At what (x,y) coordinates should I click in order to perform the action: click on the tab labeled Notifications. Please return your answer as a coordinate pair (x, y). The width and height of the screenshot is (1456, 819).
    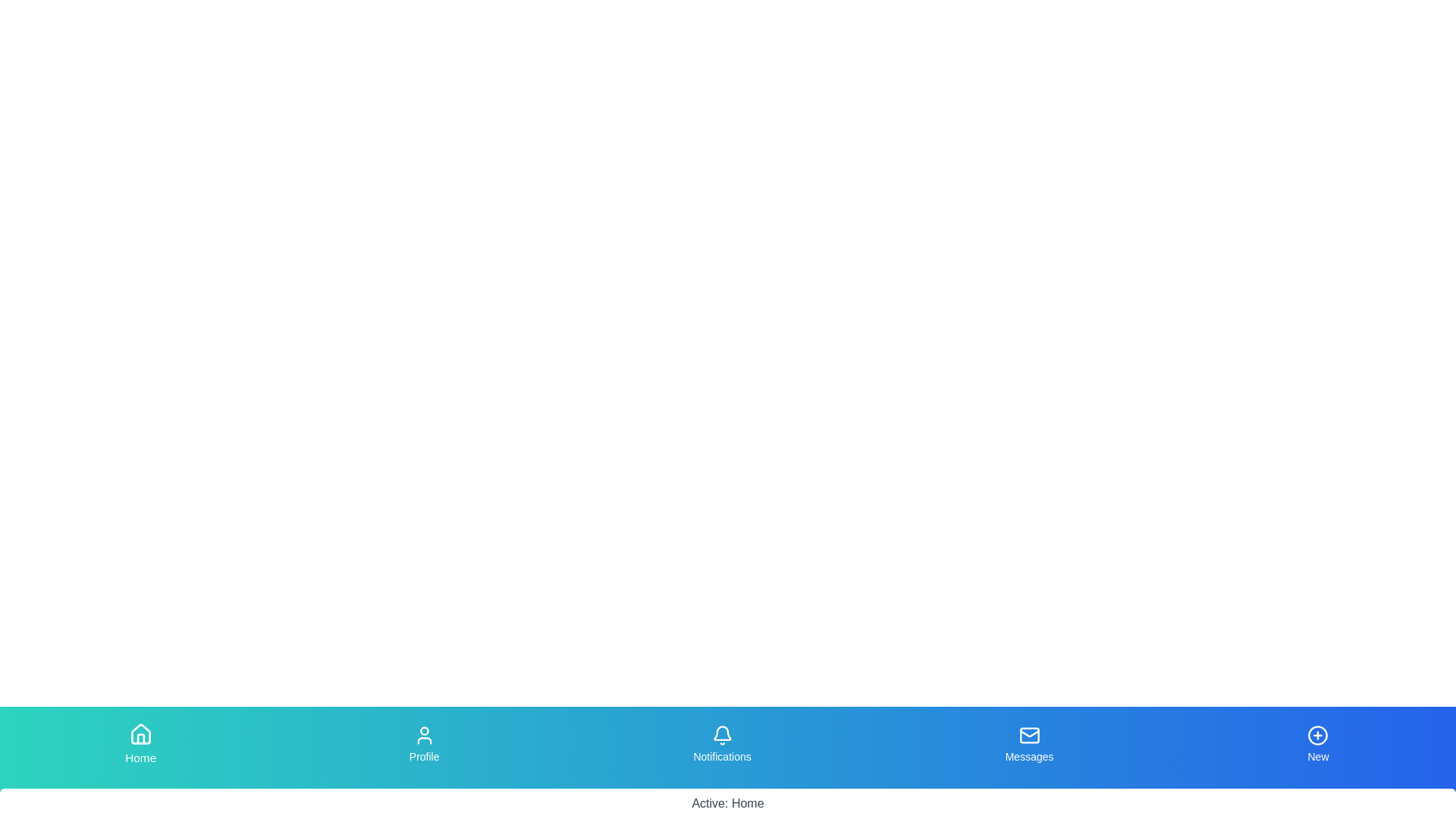
    Looking at the image, I should click on (722, 744).